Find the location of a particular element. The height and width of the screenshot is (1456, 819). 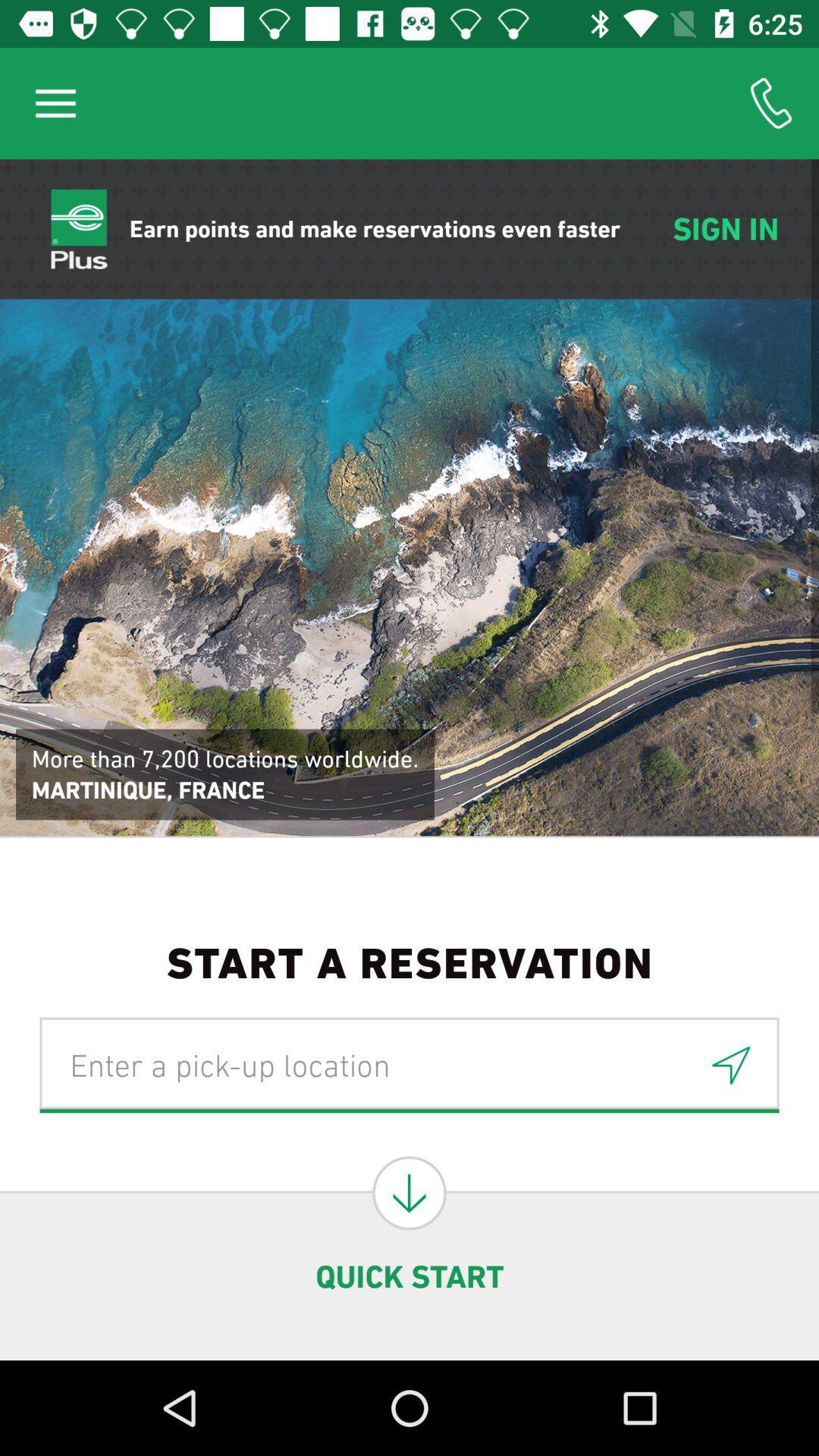

the item next to earn points and icon is located at coordinates (55, 102).